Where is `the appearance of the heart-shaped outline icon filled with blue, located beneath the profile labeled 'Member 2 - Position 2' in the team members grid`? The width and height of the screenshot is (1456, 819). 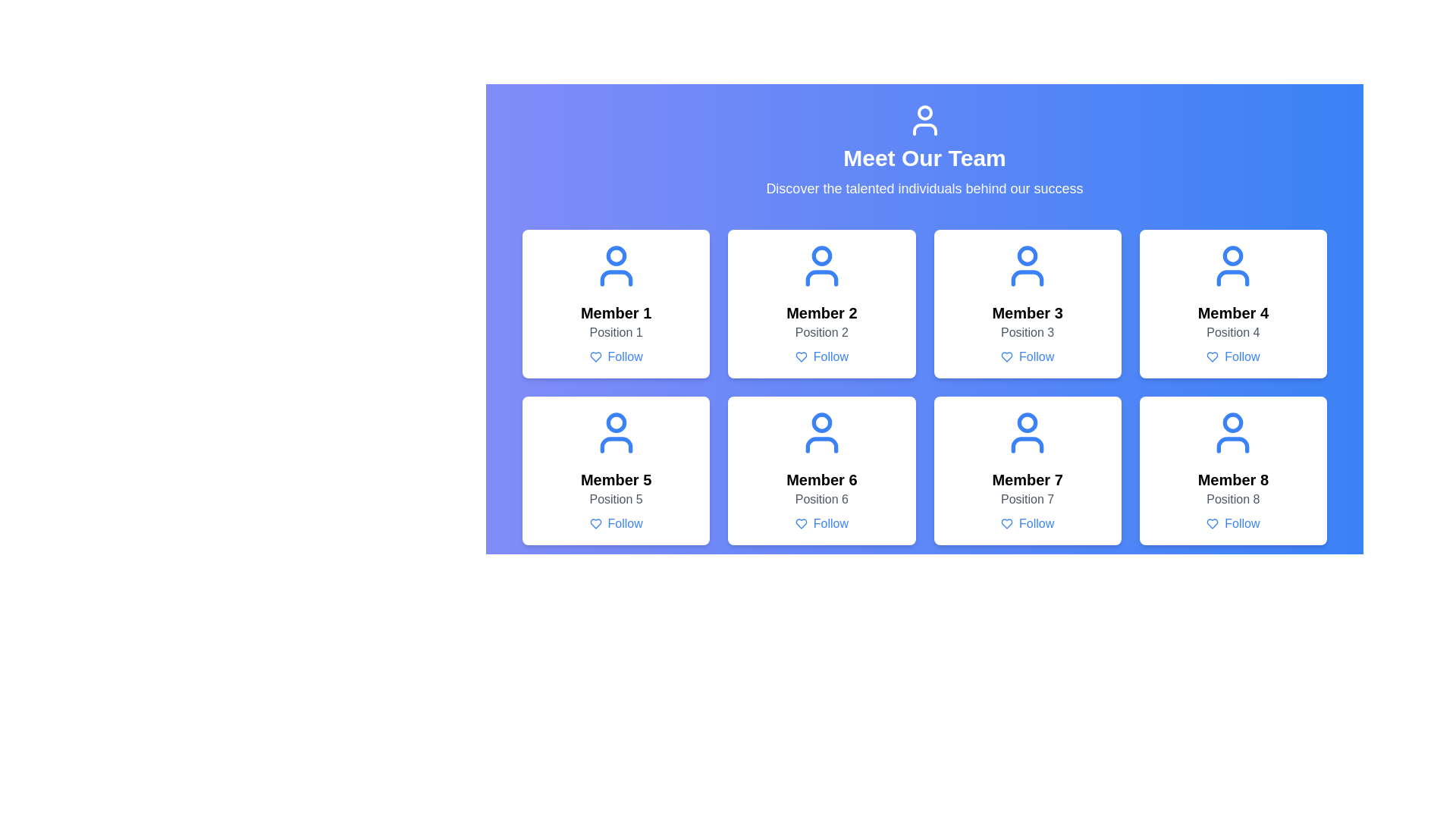 the appearance of the heart-shaped outline icon filled with blue, located beneath the profile labeled 'Member 2 - Position 2' in the team members grid is located at coordinates (800, 356).